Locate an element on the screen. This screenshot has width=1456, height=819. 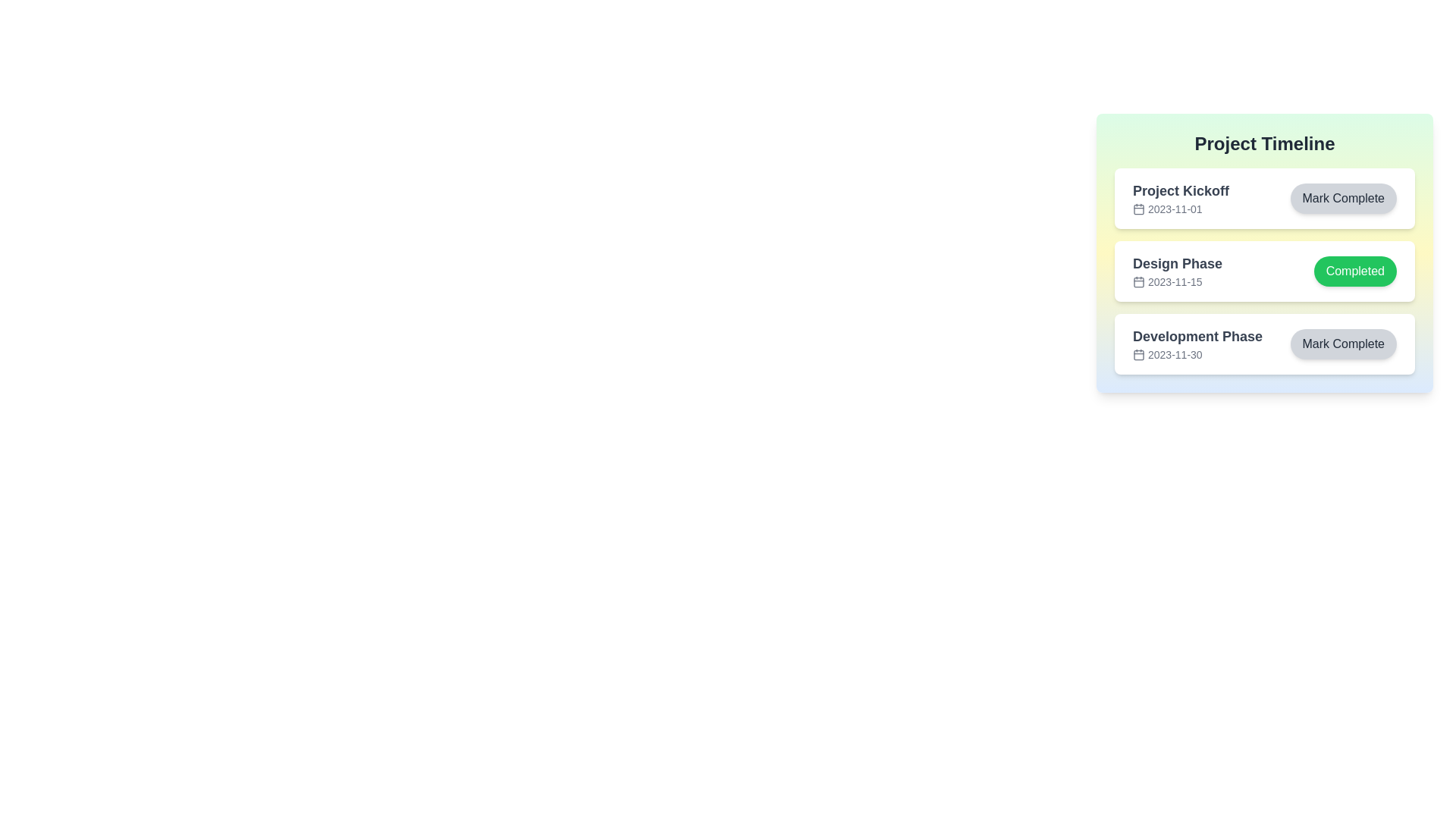
the button corresponding to the timeline item labeled 'Project Kickoff' is located at coordinates (1343, 198).